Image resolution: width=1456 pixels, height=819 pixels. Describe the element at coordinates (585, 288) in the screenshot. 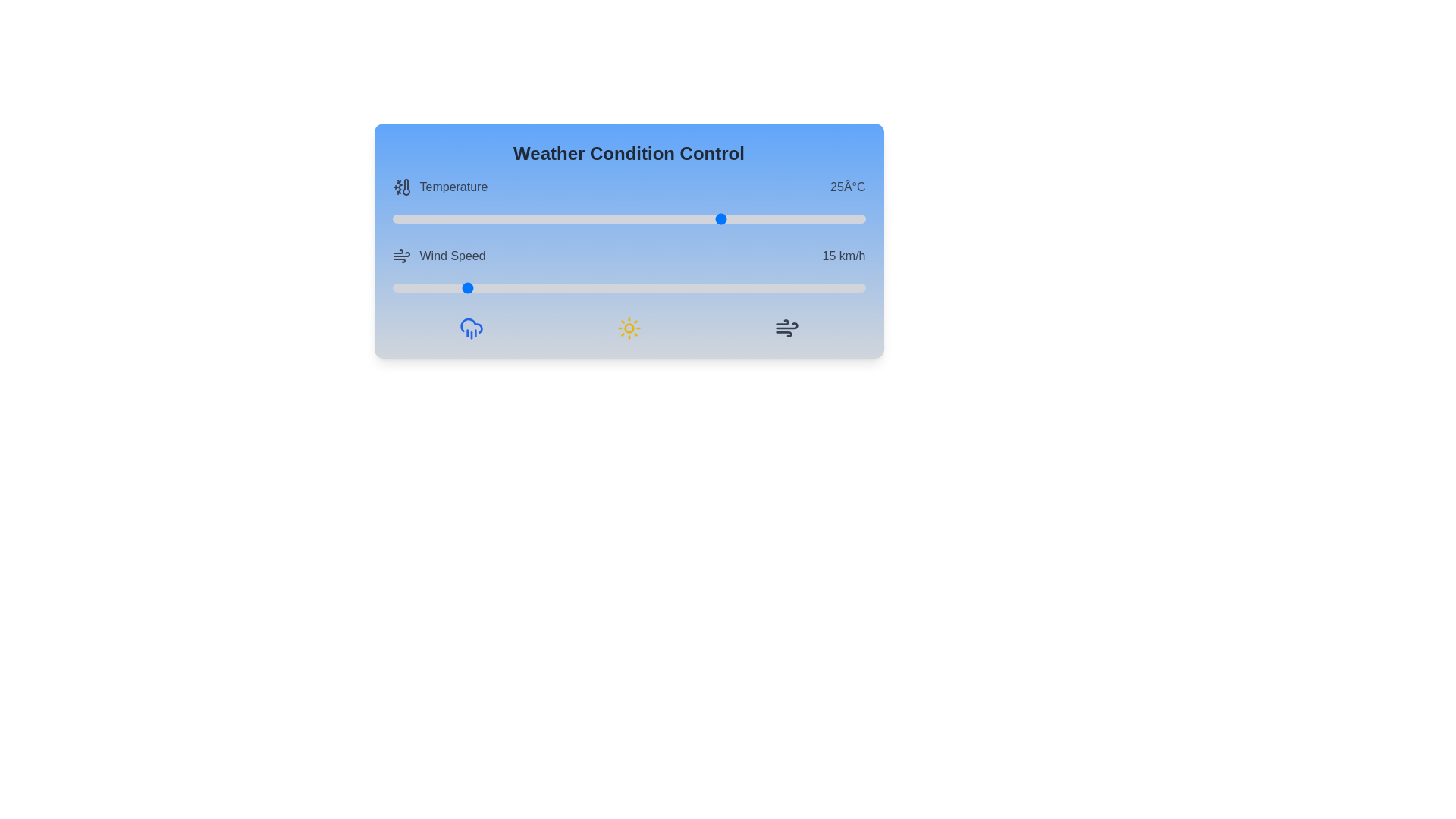

I see `the wind speed slider to 41 km/h` at that location.